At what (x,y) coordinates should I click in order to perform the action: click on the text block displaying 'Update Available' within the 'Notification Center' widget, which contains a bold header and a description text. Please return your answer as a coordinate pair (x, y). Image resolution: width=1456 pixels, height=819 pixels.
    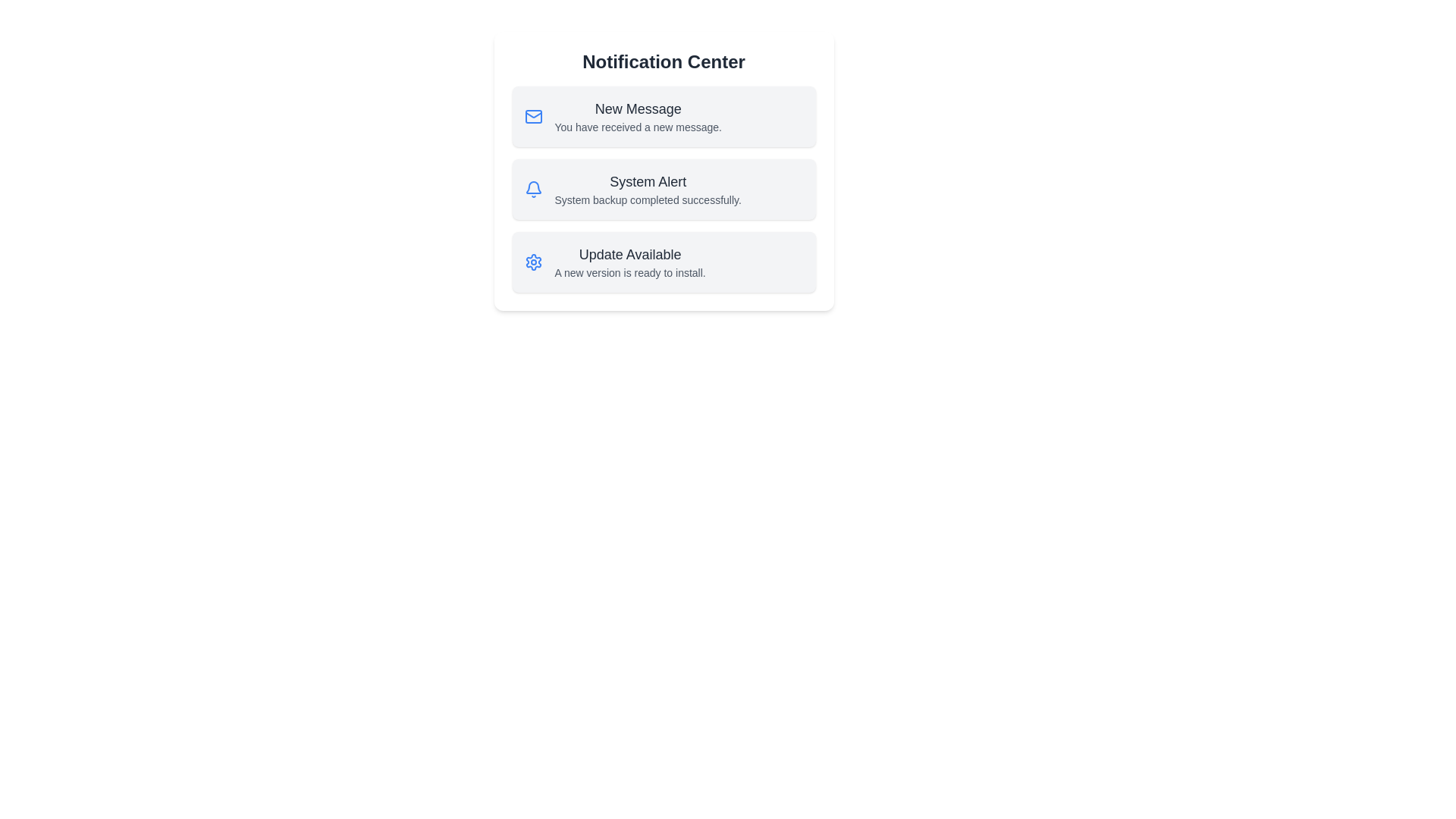
    Looking at the image, I should click on (630, 262).